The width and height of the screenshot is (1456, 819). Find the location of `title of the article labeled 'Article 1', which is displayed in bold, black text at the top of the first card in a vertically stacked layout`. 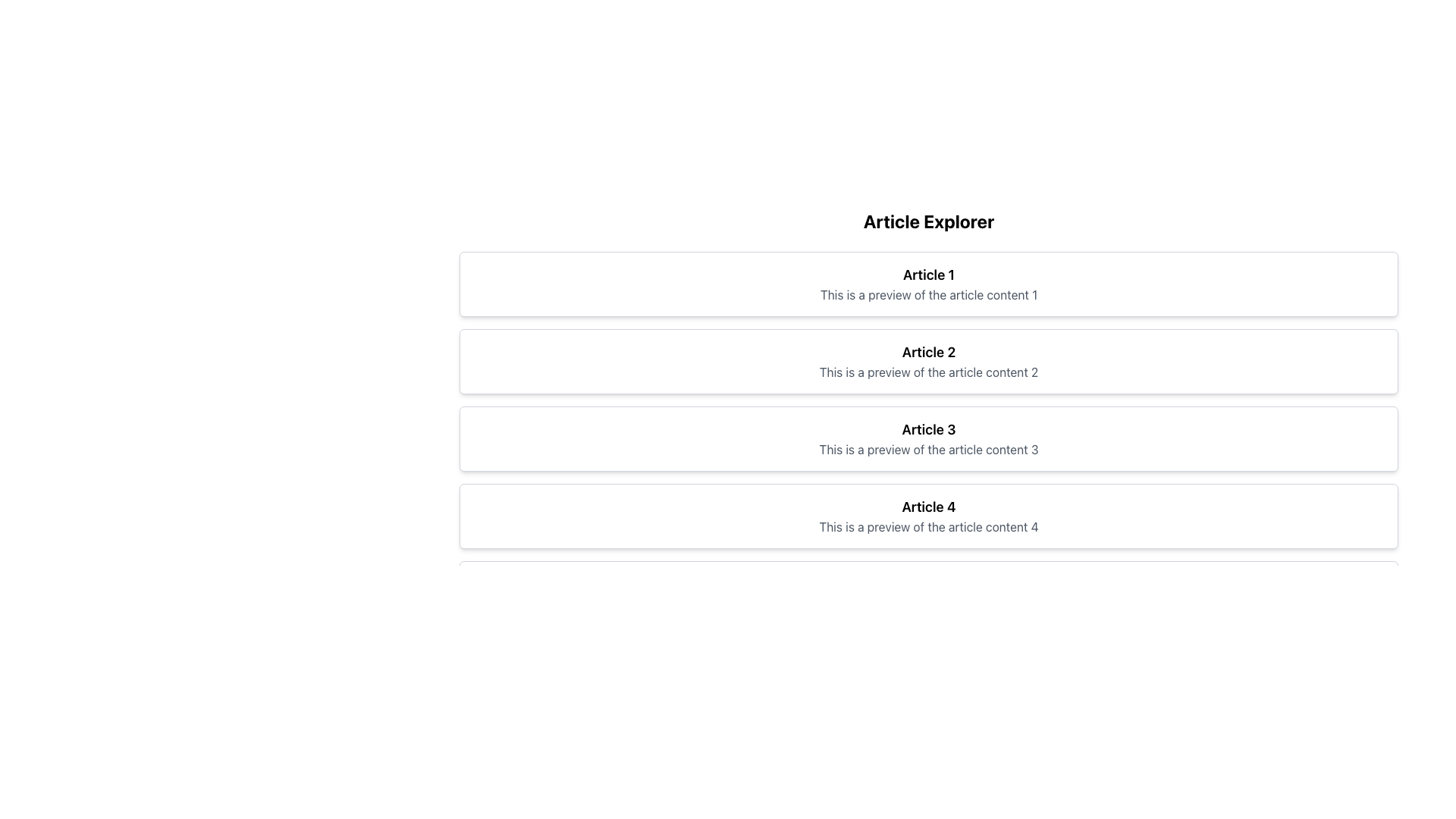

title of the article labeled 'Article 1', which is displayed in bold, black text at the top of the first card in a vertically stacked layout is located at coordinates (927, 275).